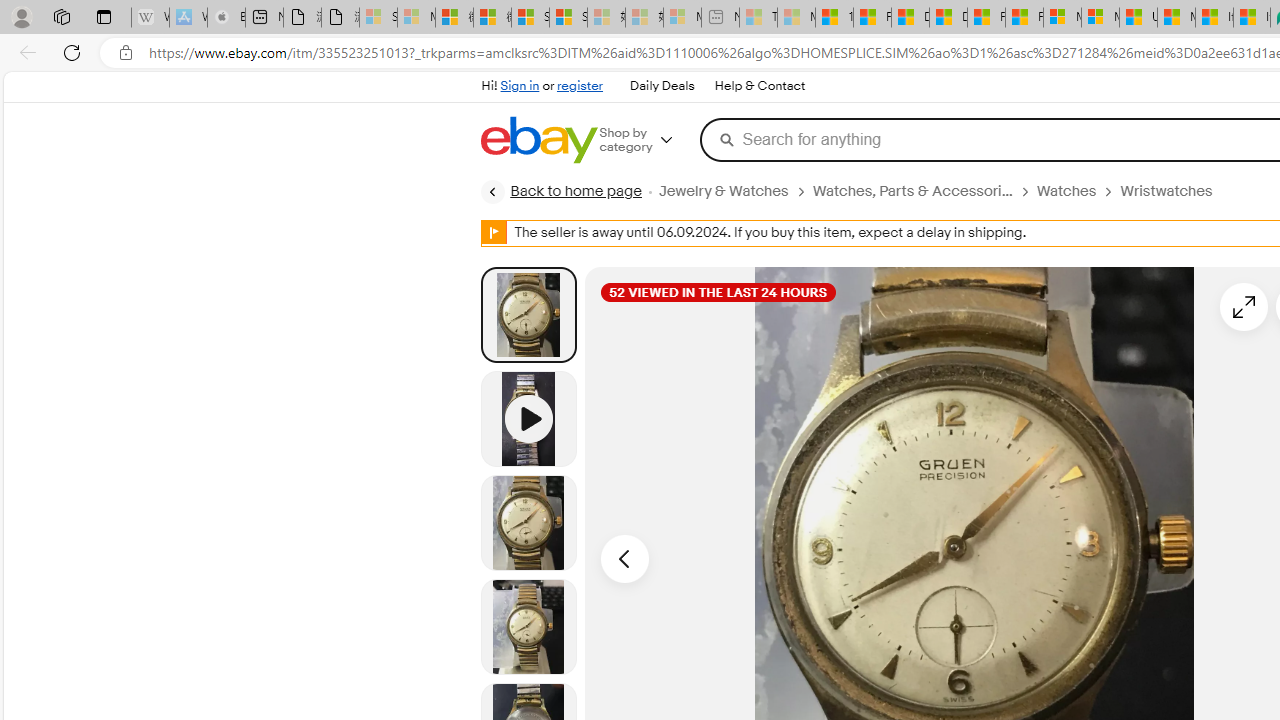 This screenshot has width=1280, height=720. I want to click on 'Sign in to your Microsoft account - Sleeping', so click(378, 17).